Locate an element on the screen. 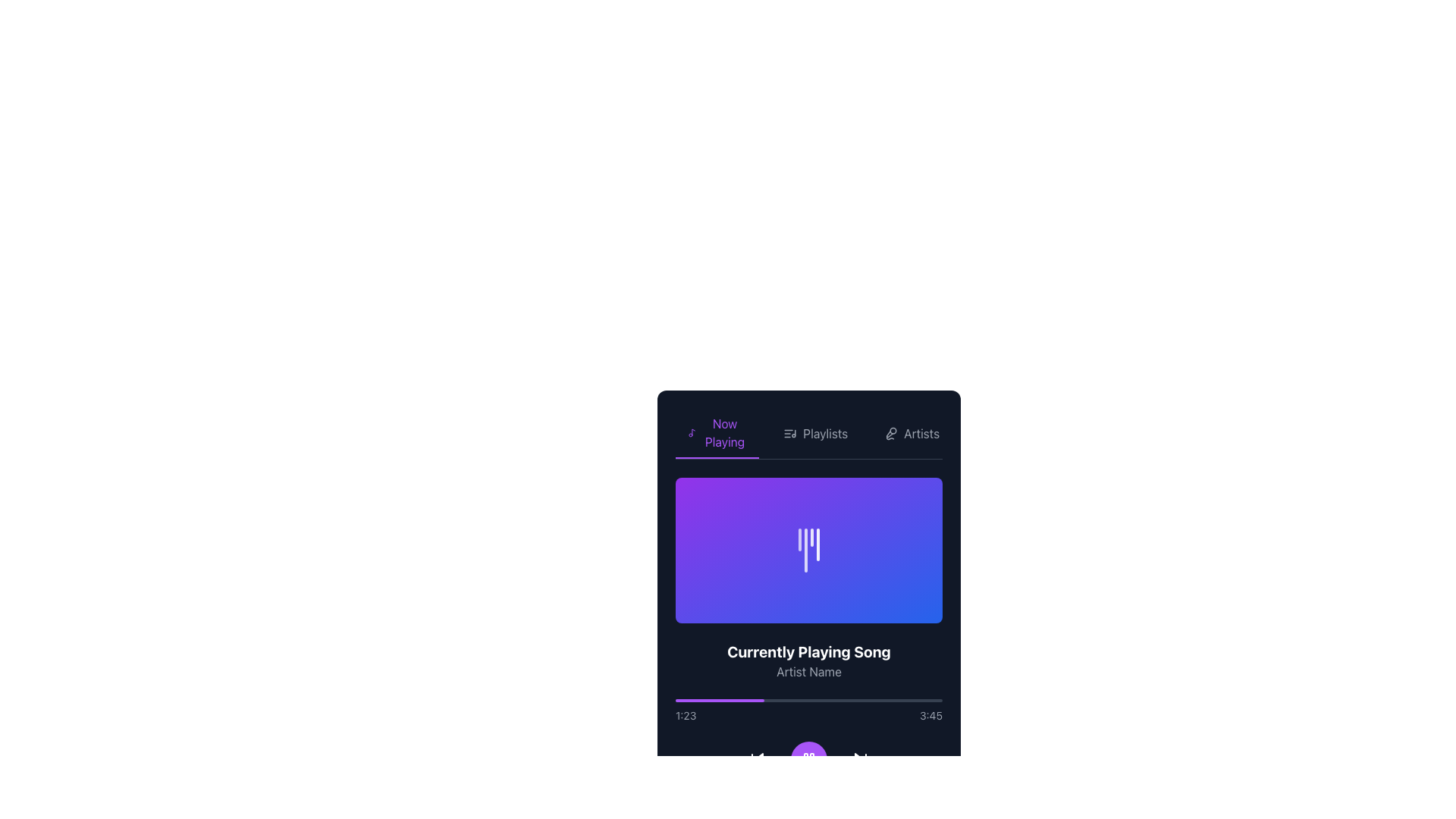 The image size is (1456, 819). the pause icon located at the bottom-center of the media player interface is located at coordinates (808, 760).